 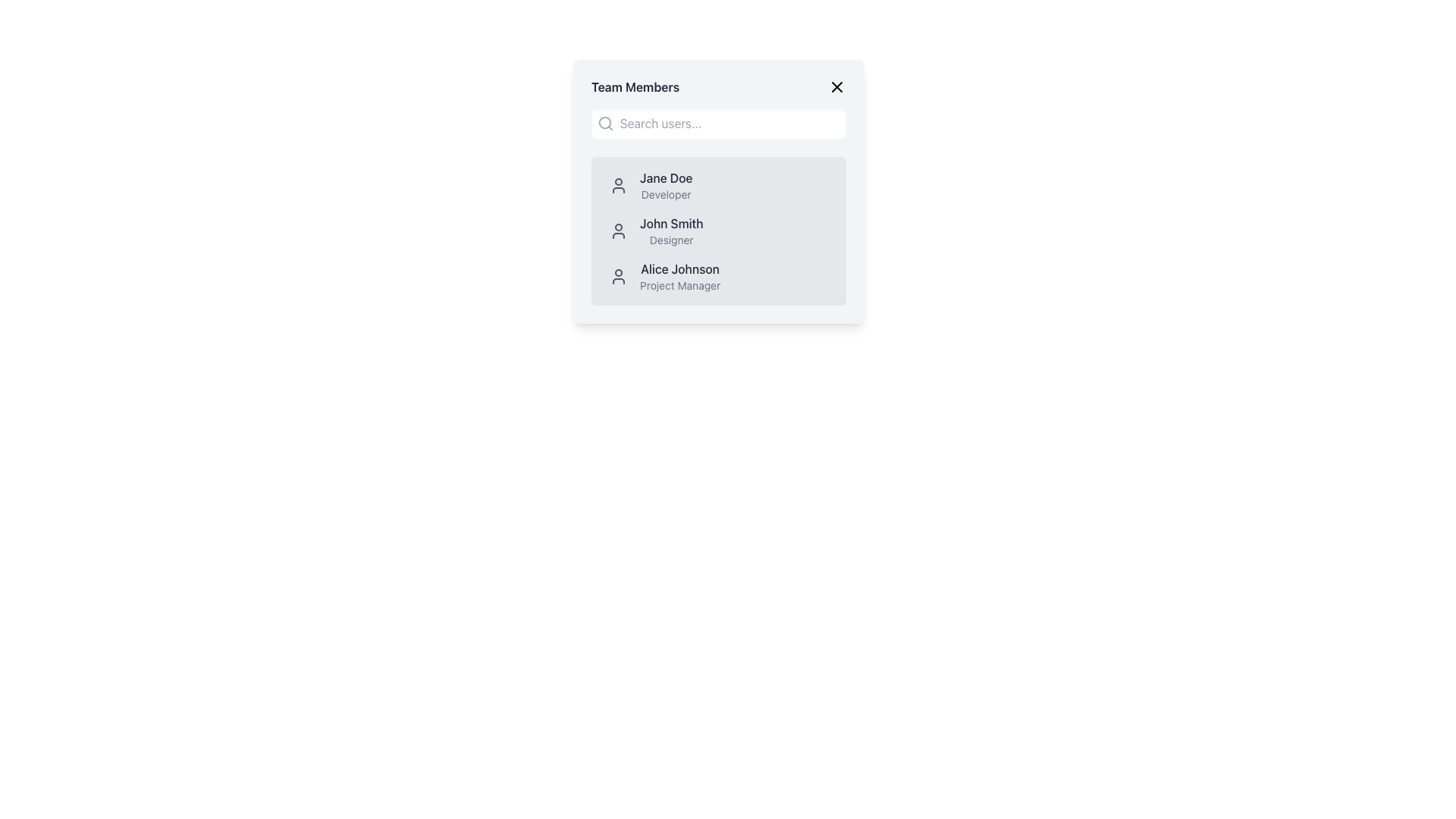 What do you see at coordinates (836, 87) in the screenshot?
I see `the close icon in the top-right corner of the 'Team Members' panel, which features crossing lines within a square bounding box` at bounding box center [836, 87].